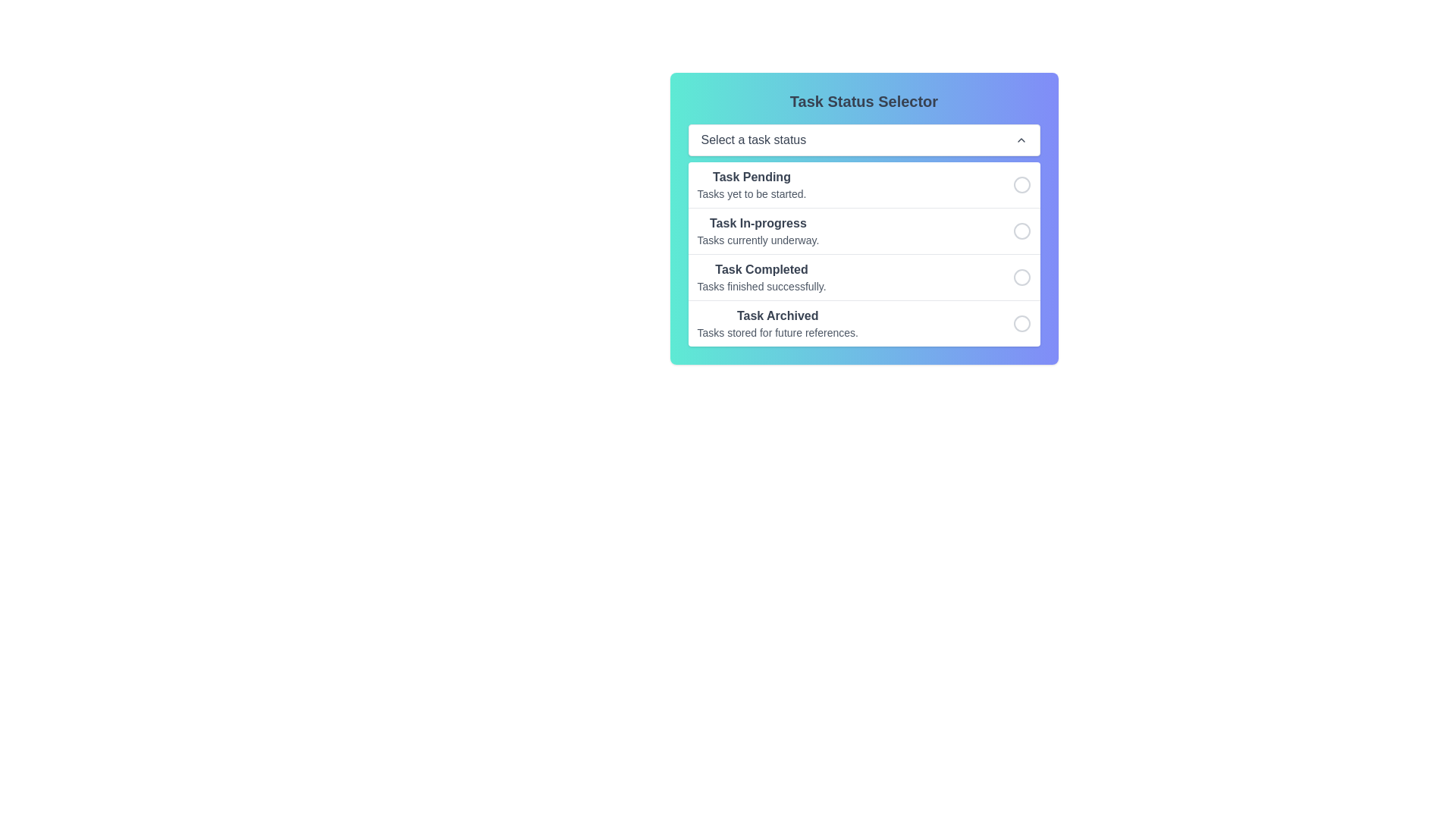 The width and height of the screenshot is (1456, 819). What do you see at coordinates (777, 332) in the screenshot?
I see `the text display that provides supplementary information for the 'Task Archived' category, located beneath the bolded heading text` at bounding box center [777, 332].